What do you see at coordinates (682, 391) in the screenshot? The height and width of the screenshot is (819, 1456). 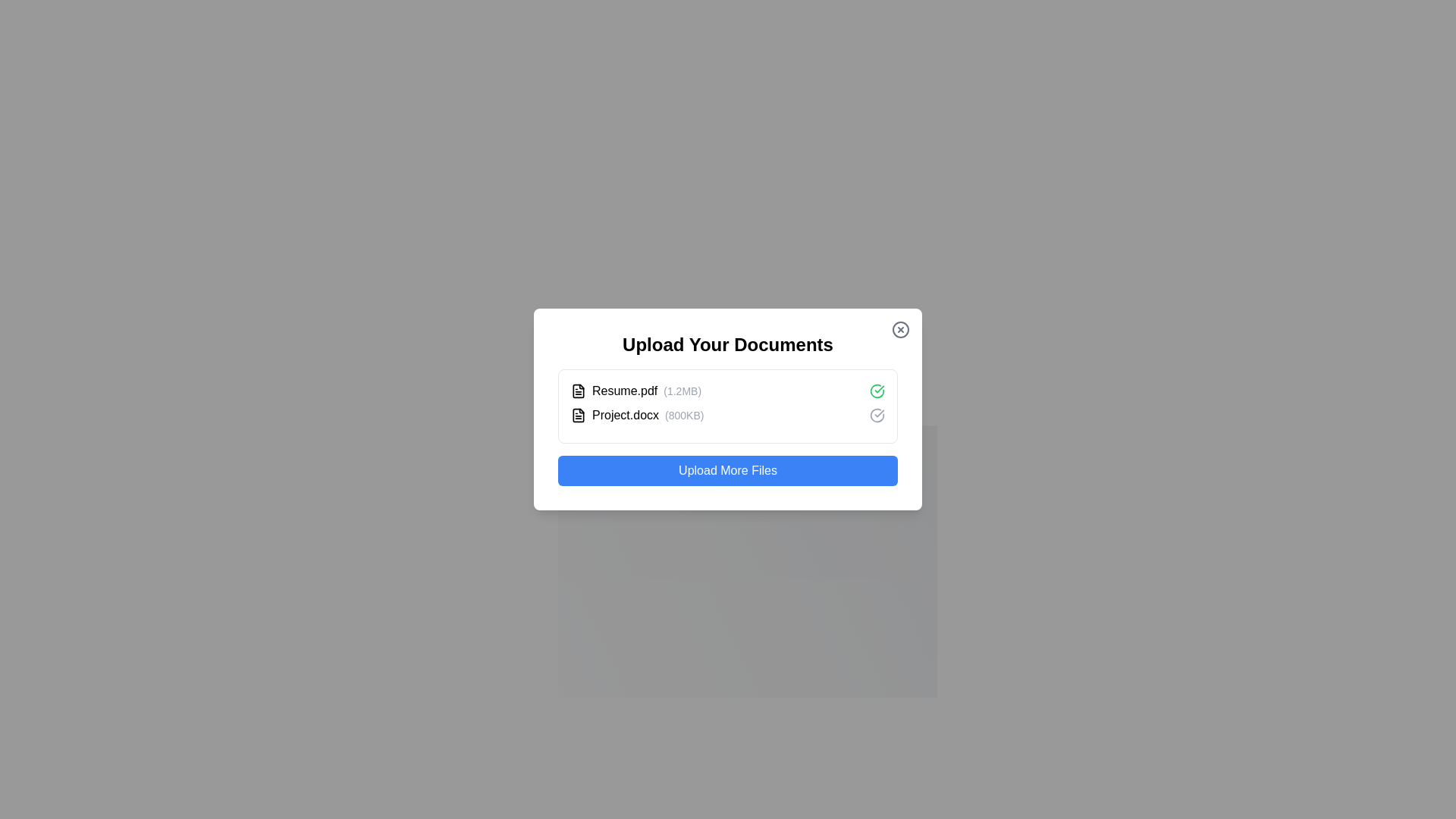 I see `the text label displaying the size of the file 'Resume.pdf' in megabytes, located to the right of the filename in the uploaded files list` at bounding box center [682, 391].